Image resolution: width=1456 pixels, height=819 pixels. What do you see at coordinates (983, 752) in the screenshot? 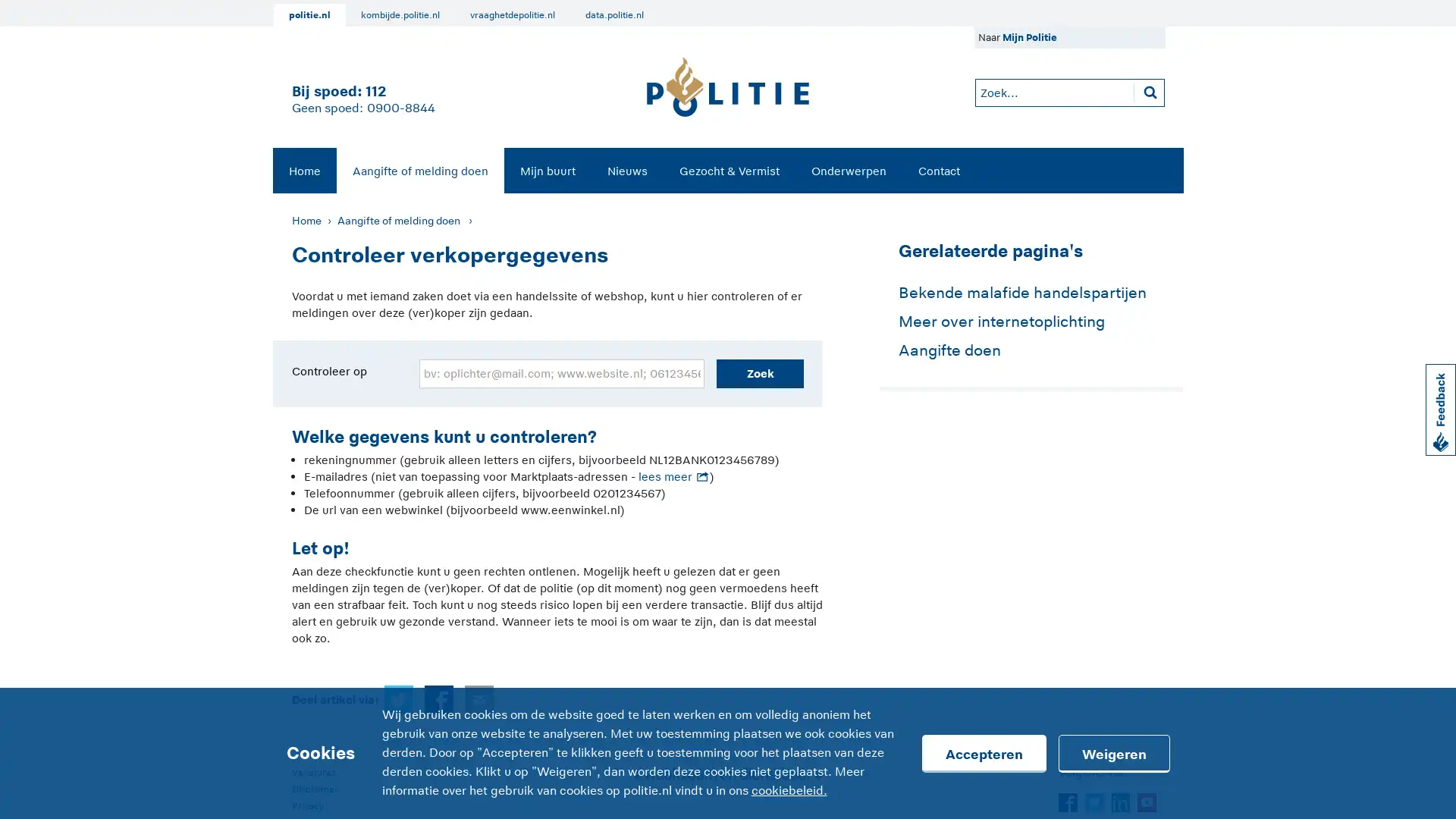
I see `Accepteren` at bounding box center [983, 752].